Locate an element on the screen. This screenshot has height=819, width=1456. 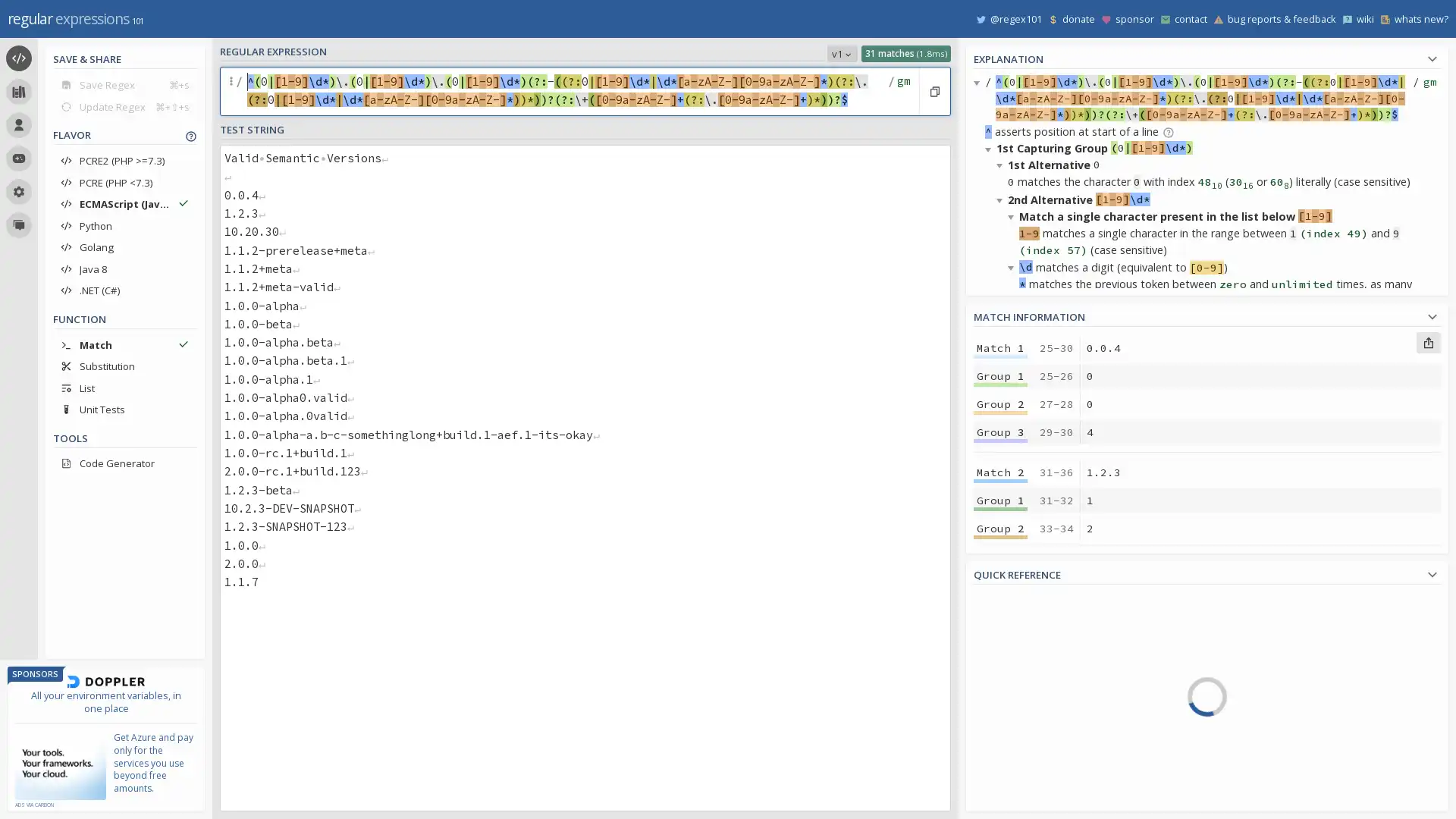
Match 1 is located at coordinates (1000, 348).